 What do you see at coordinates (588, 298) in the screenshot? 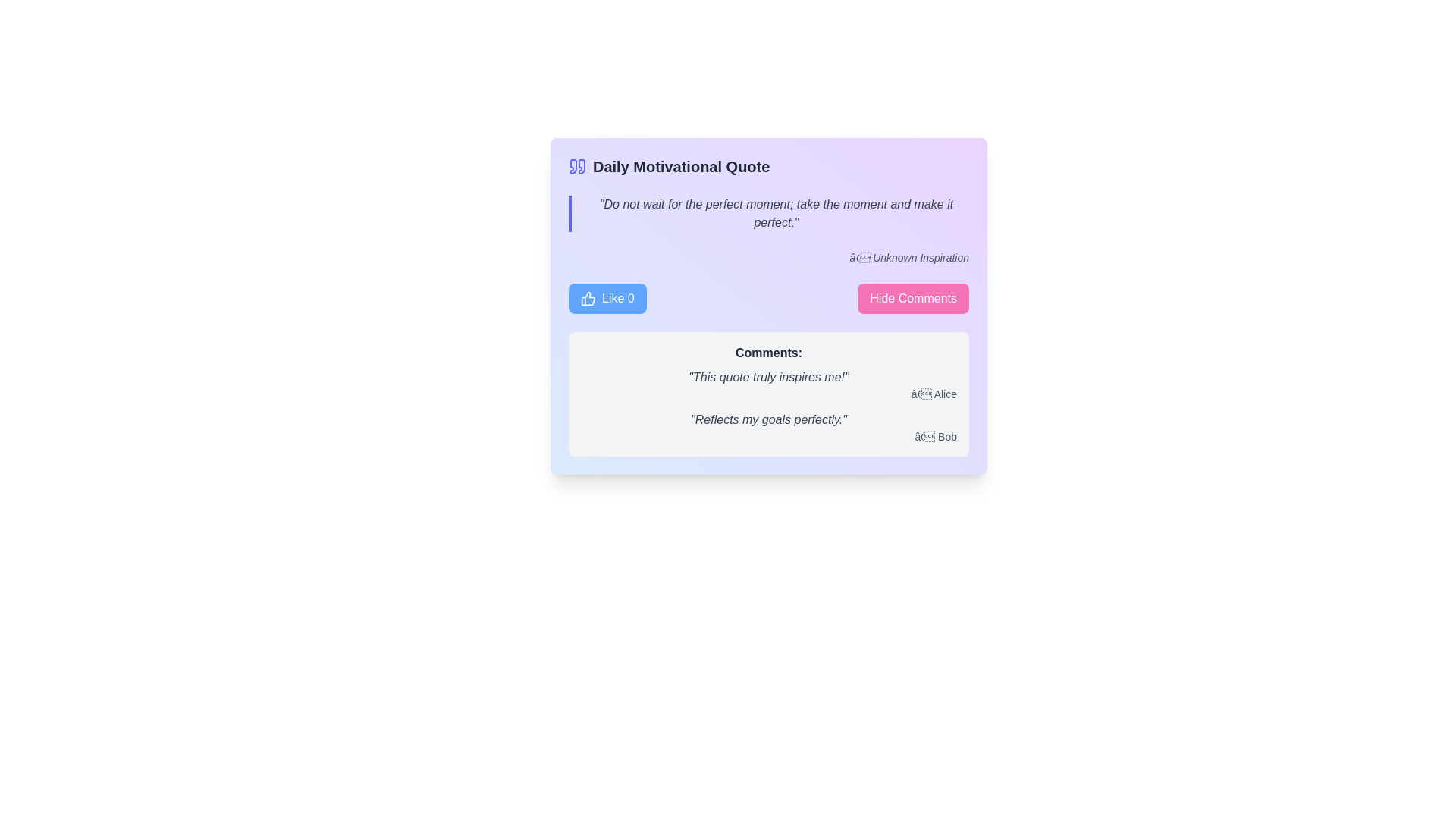
I see `the thumbs-up icon inside the blue button labeled 'Like 0', which is positioned in the top-left region of the card containing the motivational quote` at bounding box center [588, 298].